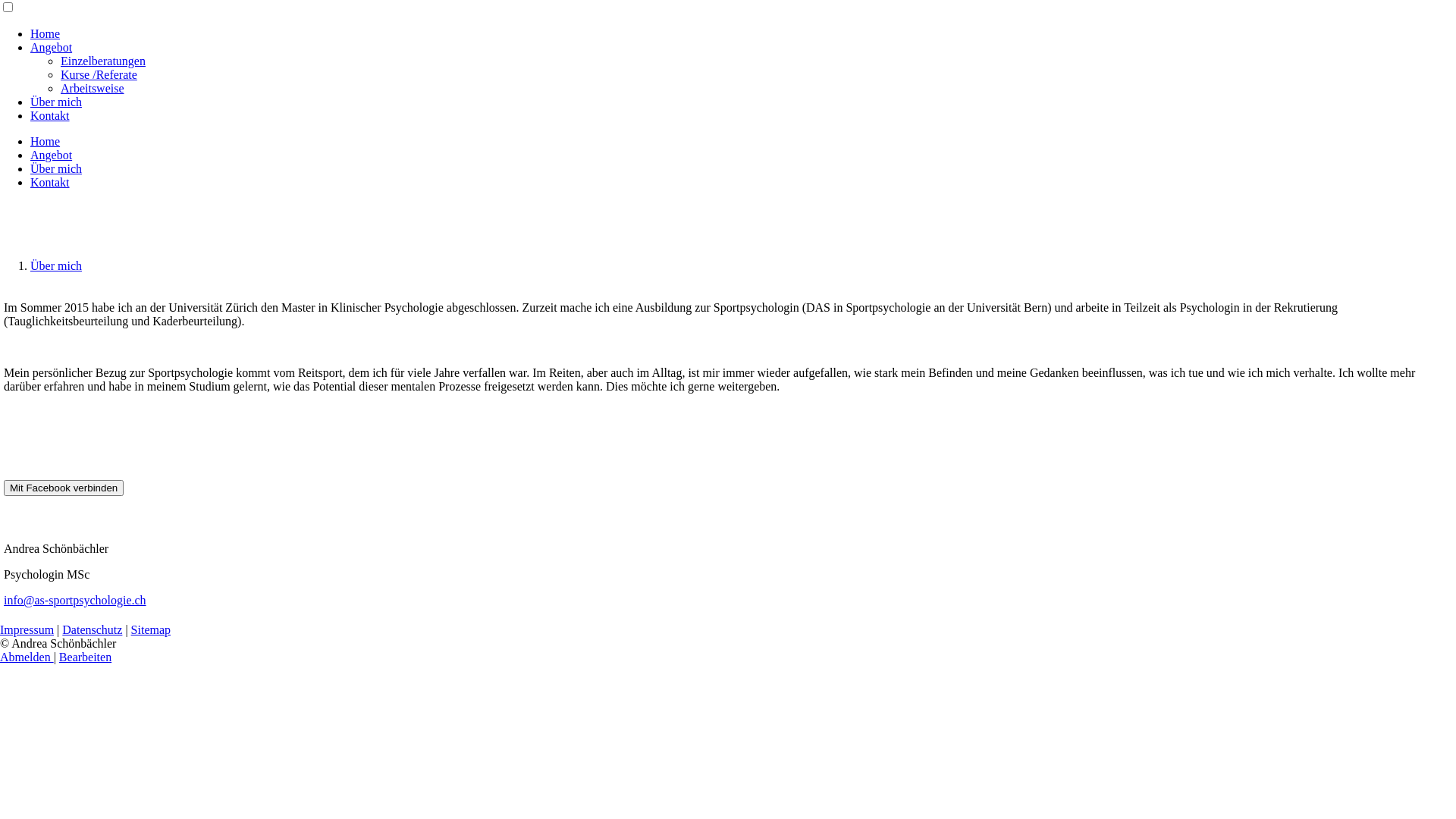  What do you see at coordinates (74, 599) in the screenshot?
I see `'info@as-sportpsychologie.ch'` at bounding box center [74, 599].